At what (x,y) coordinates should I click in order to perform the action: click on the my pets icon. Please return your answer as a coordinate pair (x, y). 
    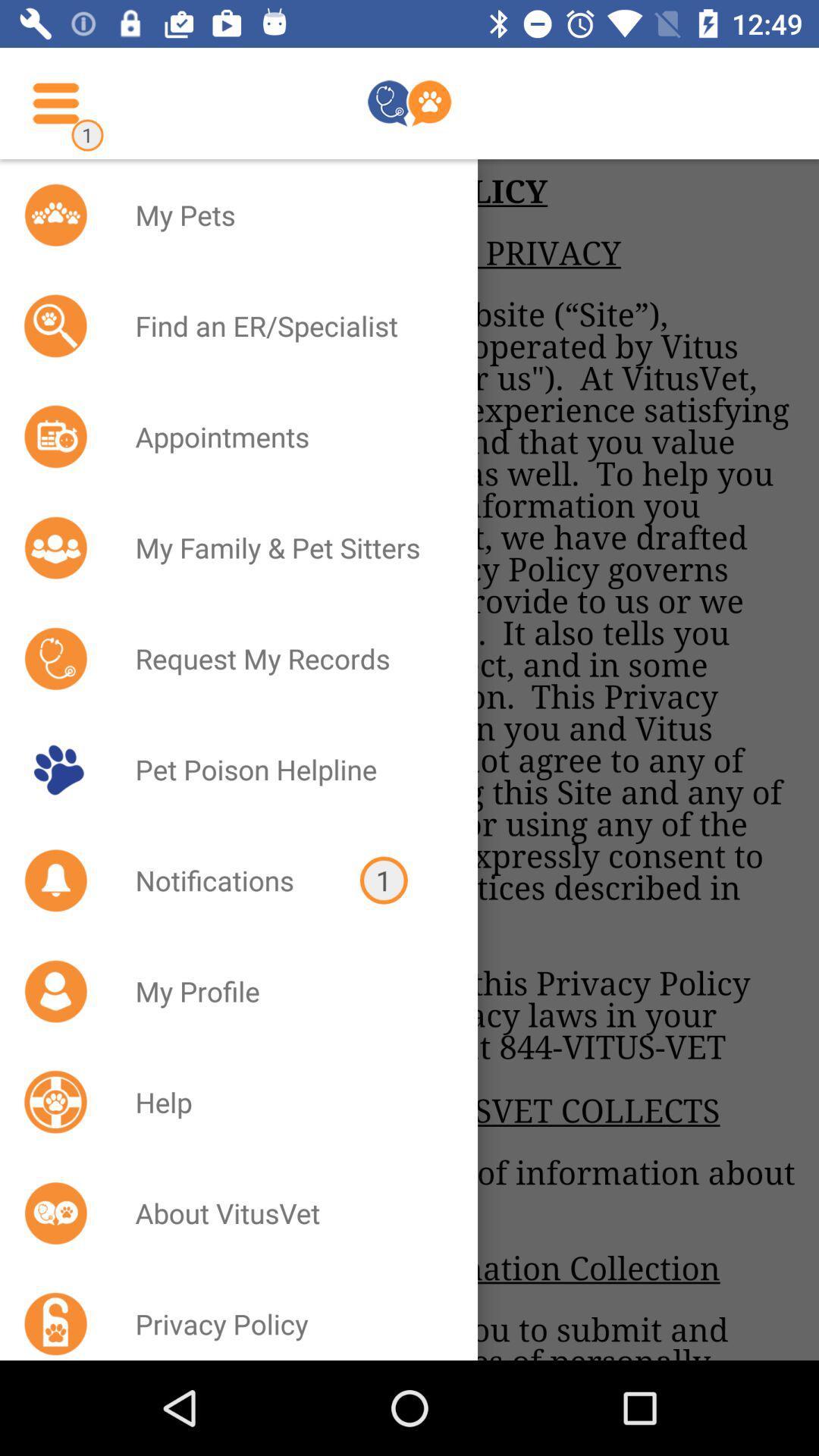
    Looking at the image, I should click on (287, 214).